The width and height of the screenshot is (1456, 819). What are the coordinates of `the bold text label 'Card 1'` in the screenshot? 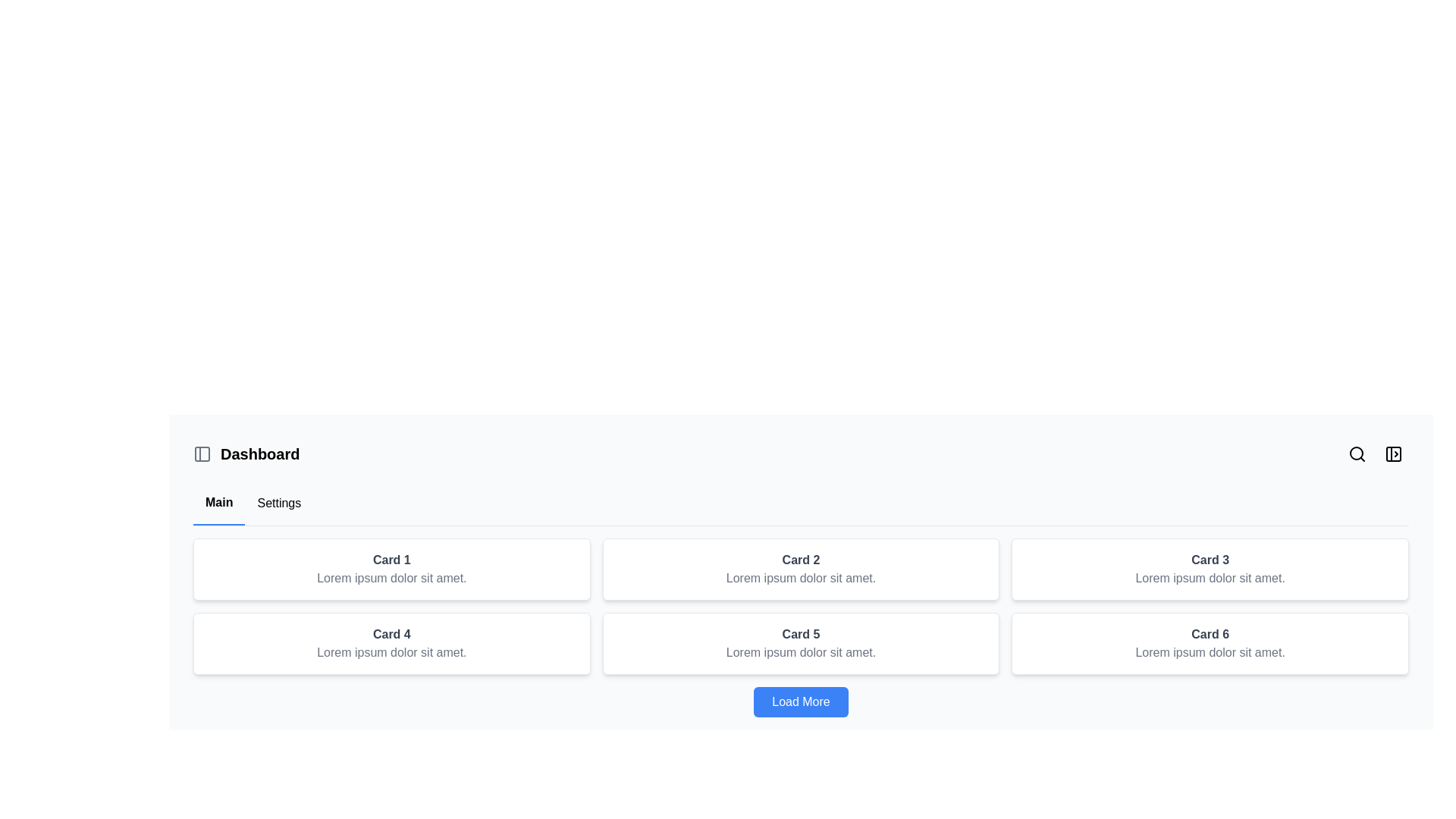 It's located at (391, 560).